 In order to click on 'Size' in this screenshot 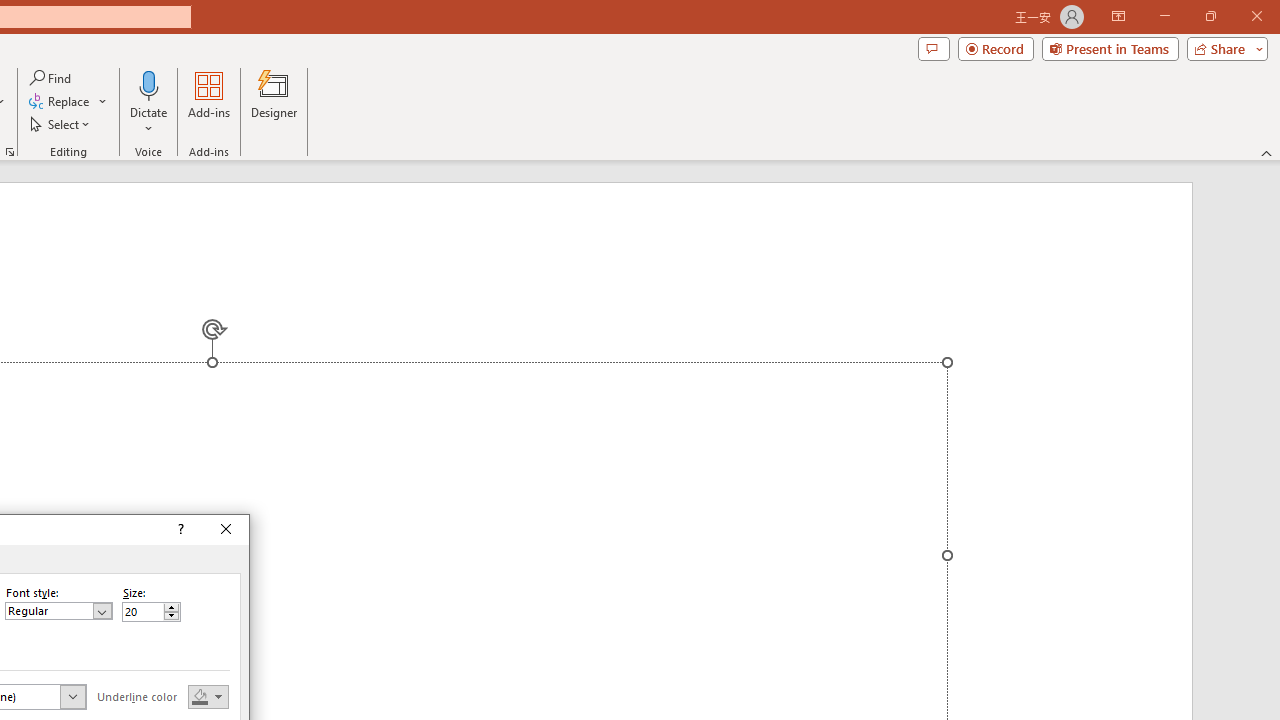, I will do `click(141, 611)`.